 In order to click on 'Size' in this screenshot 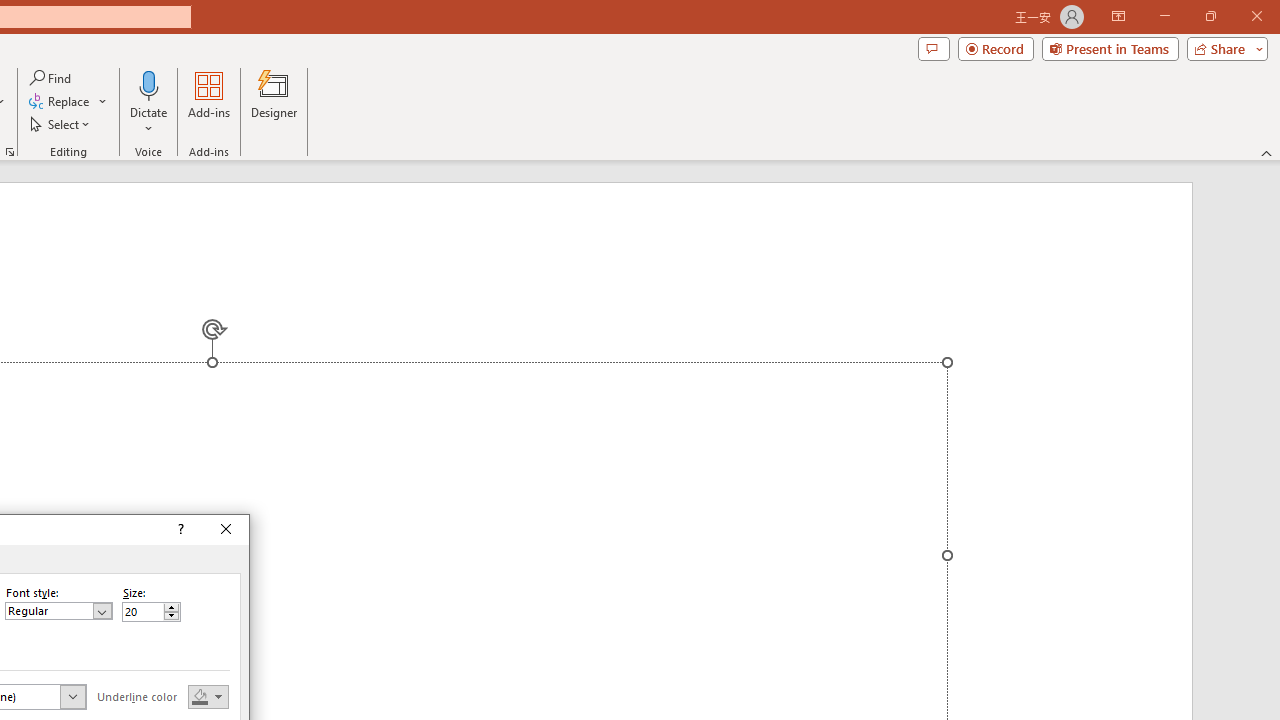, I will do `click(141, 611)`.